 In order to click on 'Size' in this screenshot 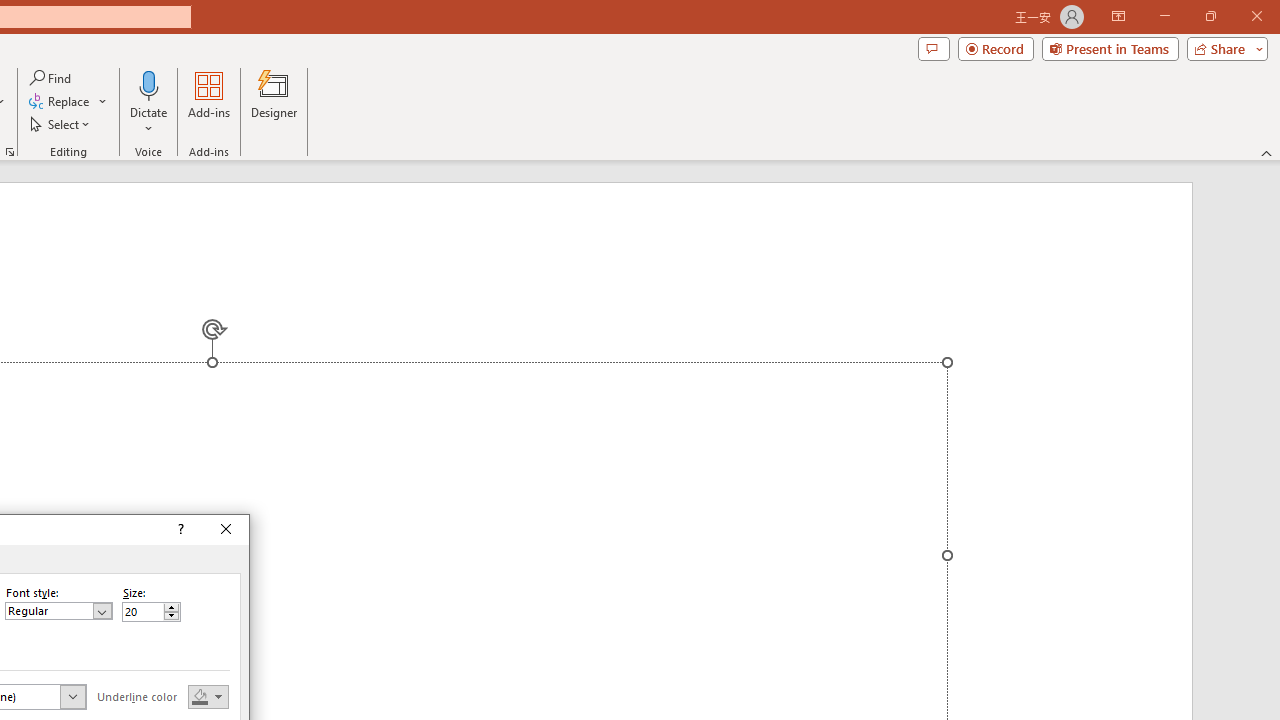, I will do `click(141, 611)`.